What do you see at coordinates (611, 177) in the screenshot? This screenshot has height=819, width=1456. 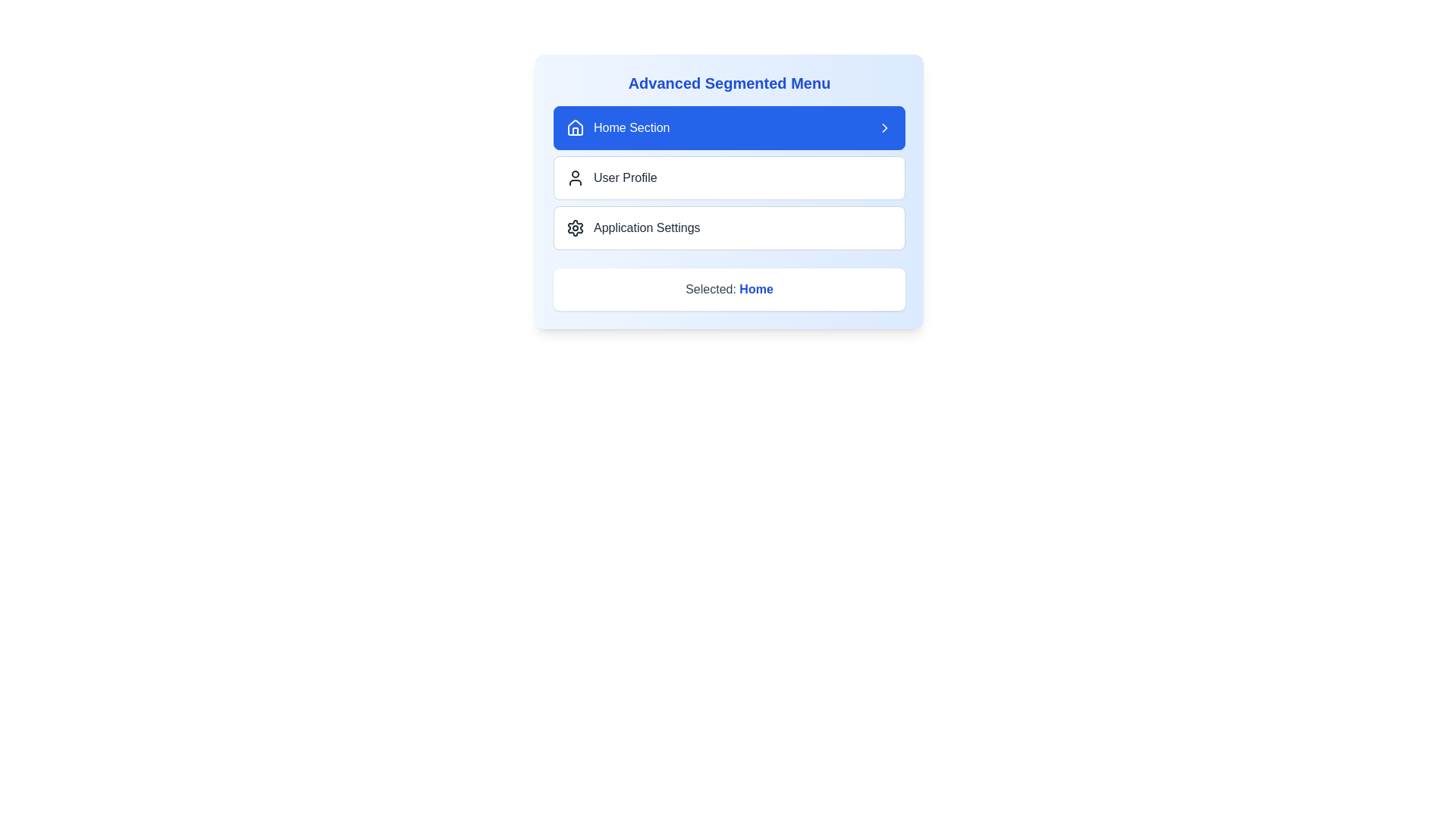 I see `the User Profile menu item, which is the second item in the vertical list of the segmented menu` at bounding box center [611, 177].